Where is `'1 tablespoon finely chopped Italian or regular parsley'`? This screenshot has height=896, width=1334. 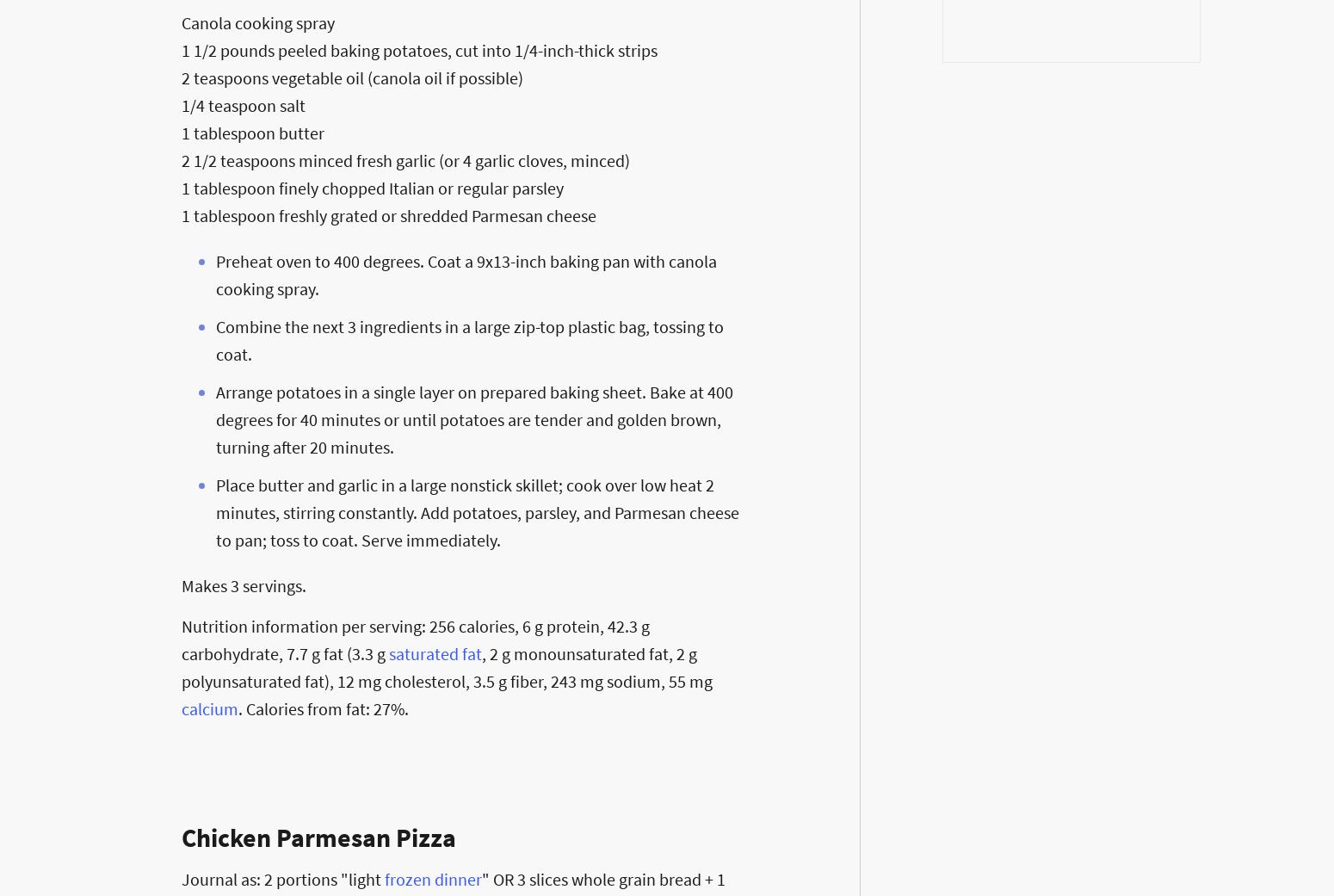 '1 tablespoon finely chopped Italian or regular parsley' is located at coordinates (180, 187).